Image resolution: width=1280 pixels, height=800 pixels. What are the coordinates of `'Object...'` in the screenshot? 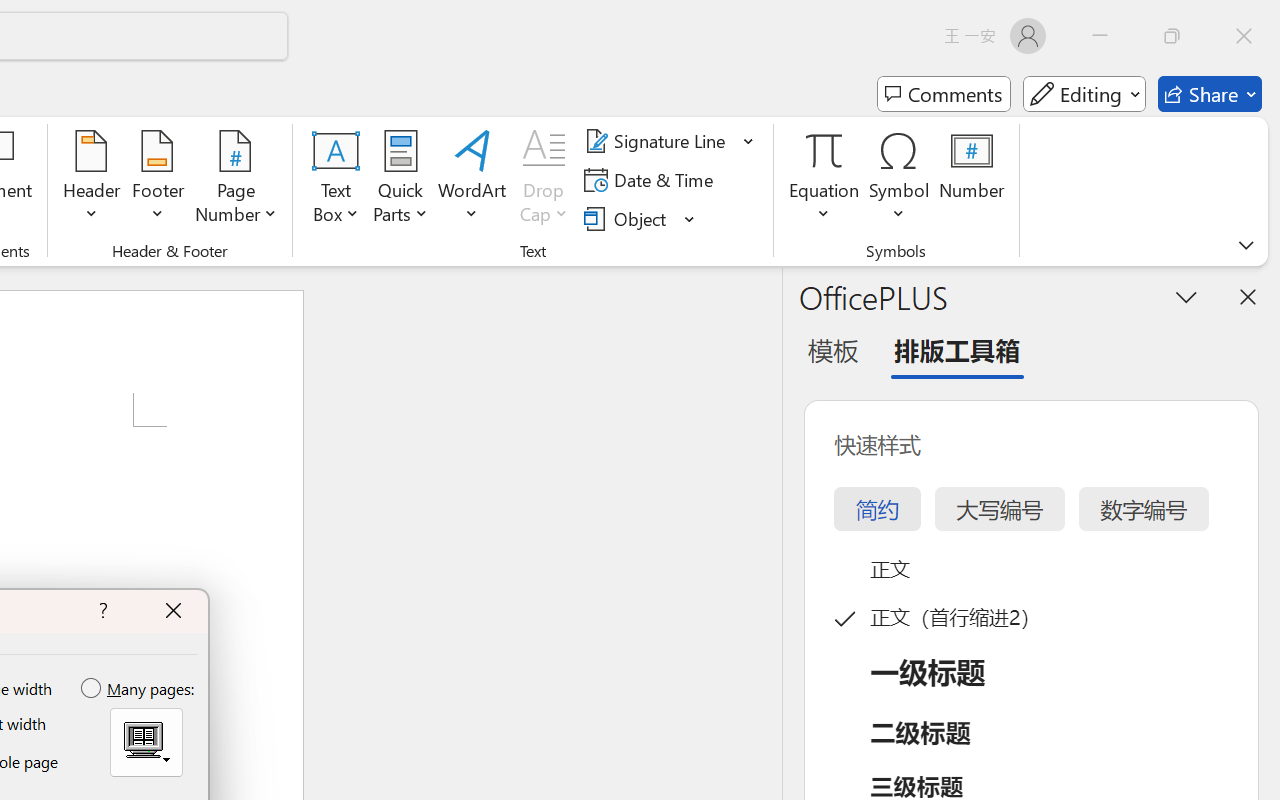 It's located at (640, 218).